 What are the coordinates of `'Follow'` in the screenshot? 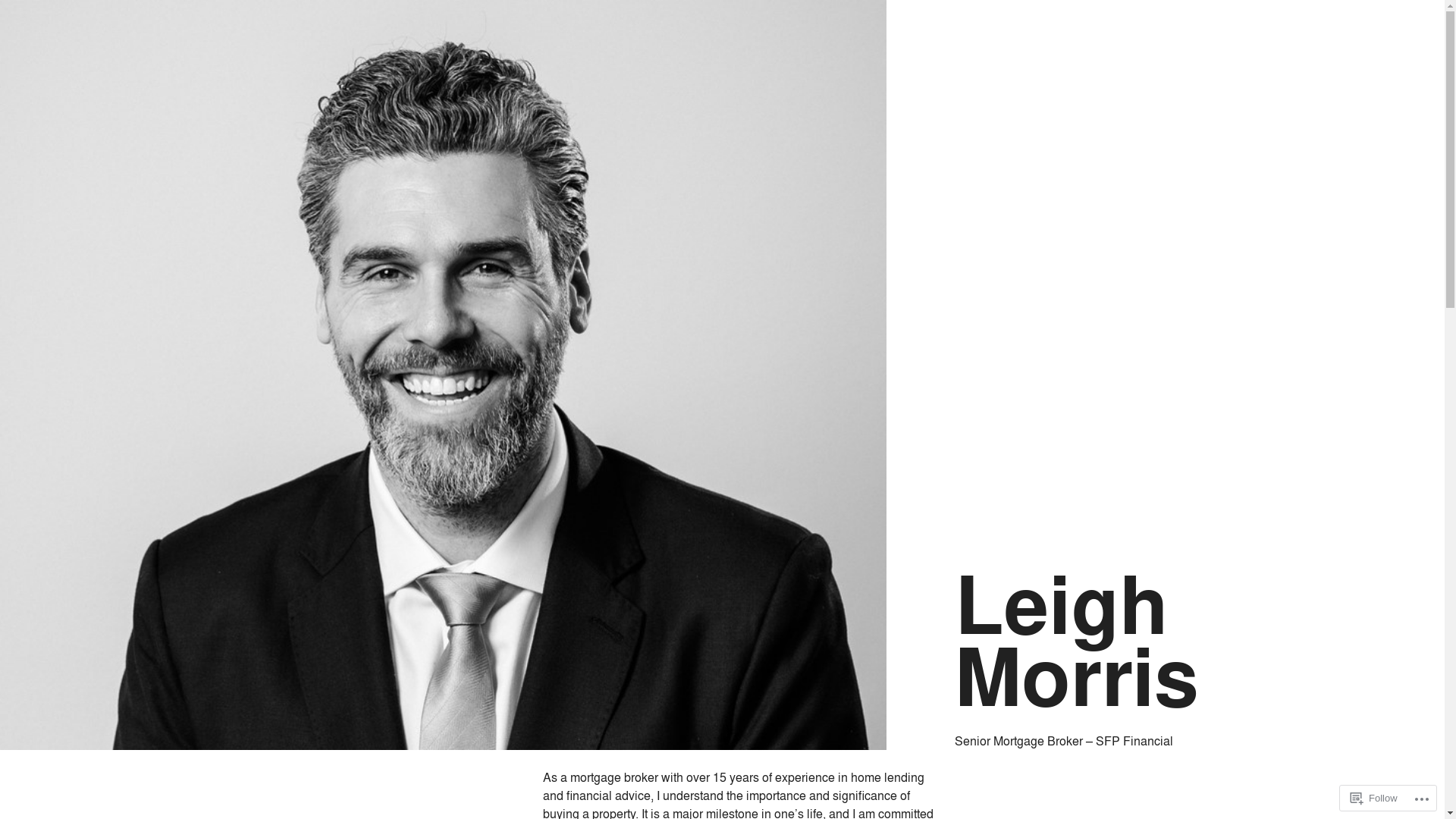 It's located at (1374, 797).